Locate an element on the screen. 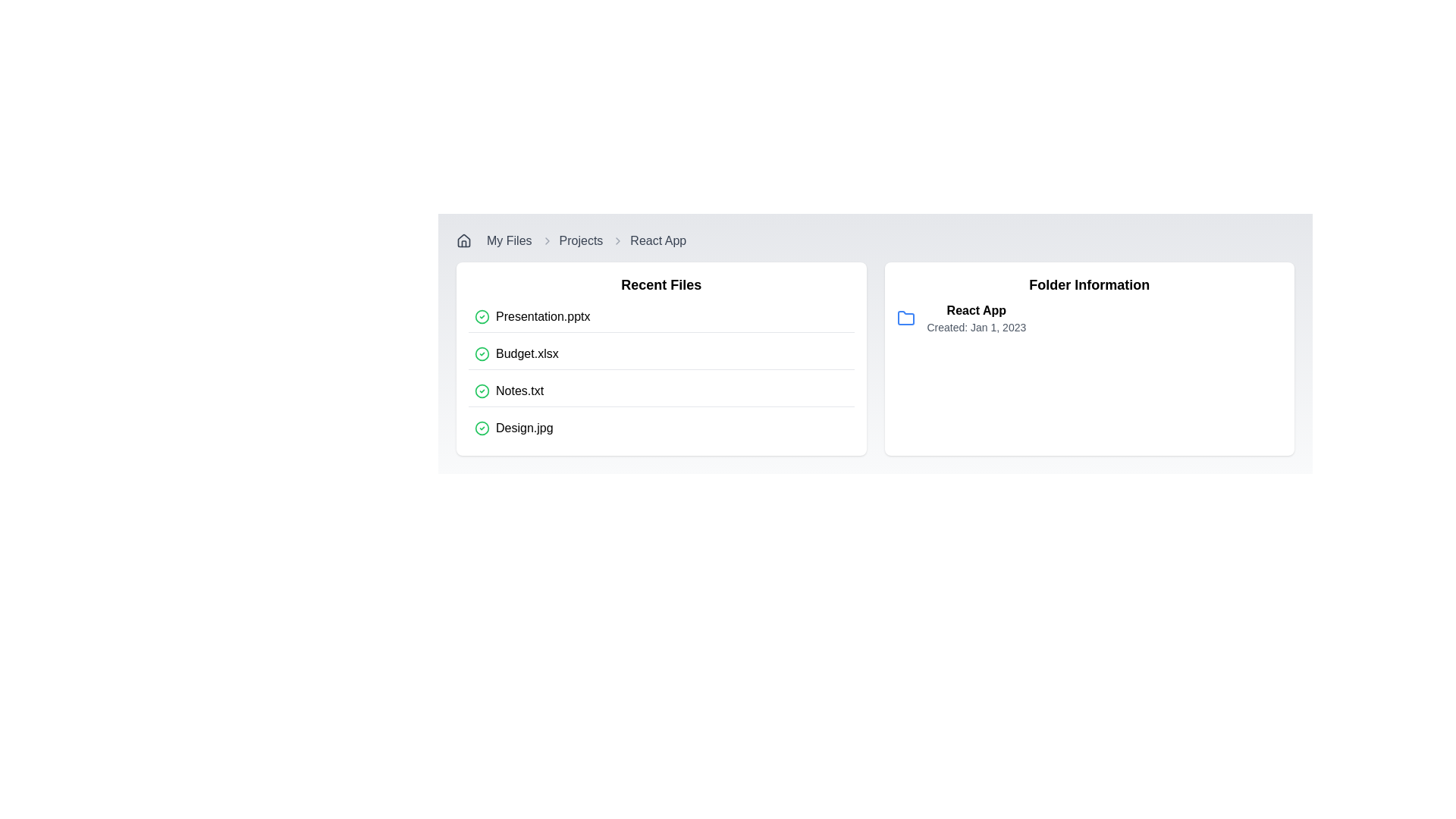 This screenshot has height=819, width=1456. the second item in the breadcrumb navigation, which represents the 'Projects' level, located between 'My Files' and 'React App' is located at coordinates (571, 240).